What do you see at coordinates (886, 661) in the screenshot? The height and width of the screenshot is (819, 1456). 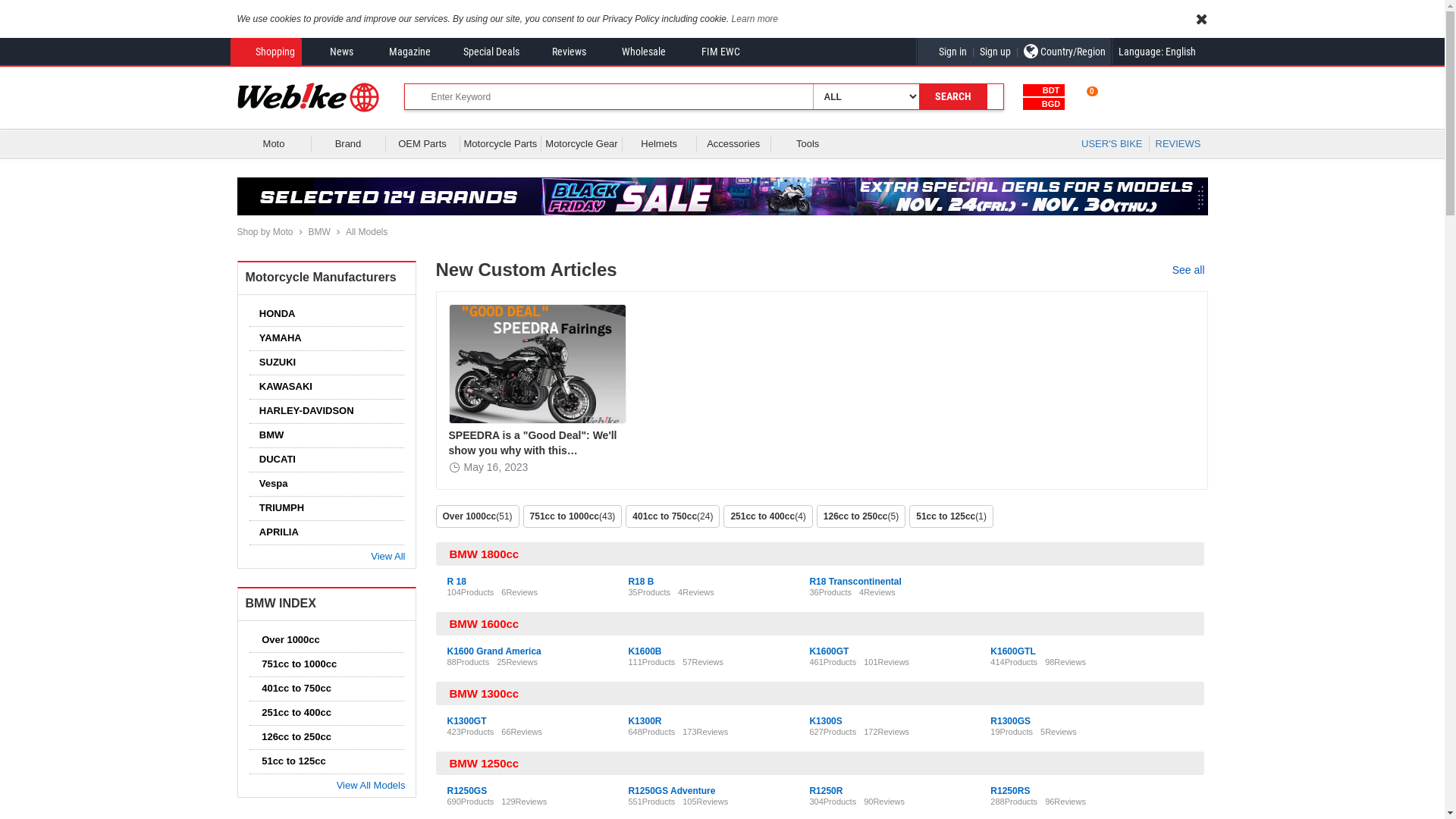 I see `'101Reviews'` at bounding box center [886, 661].